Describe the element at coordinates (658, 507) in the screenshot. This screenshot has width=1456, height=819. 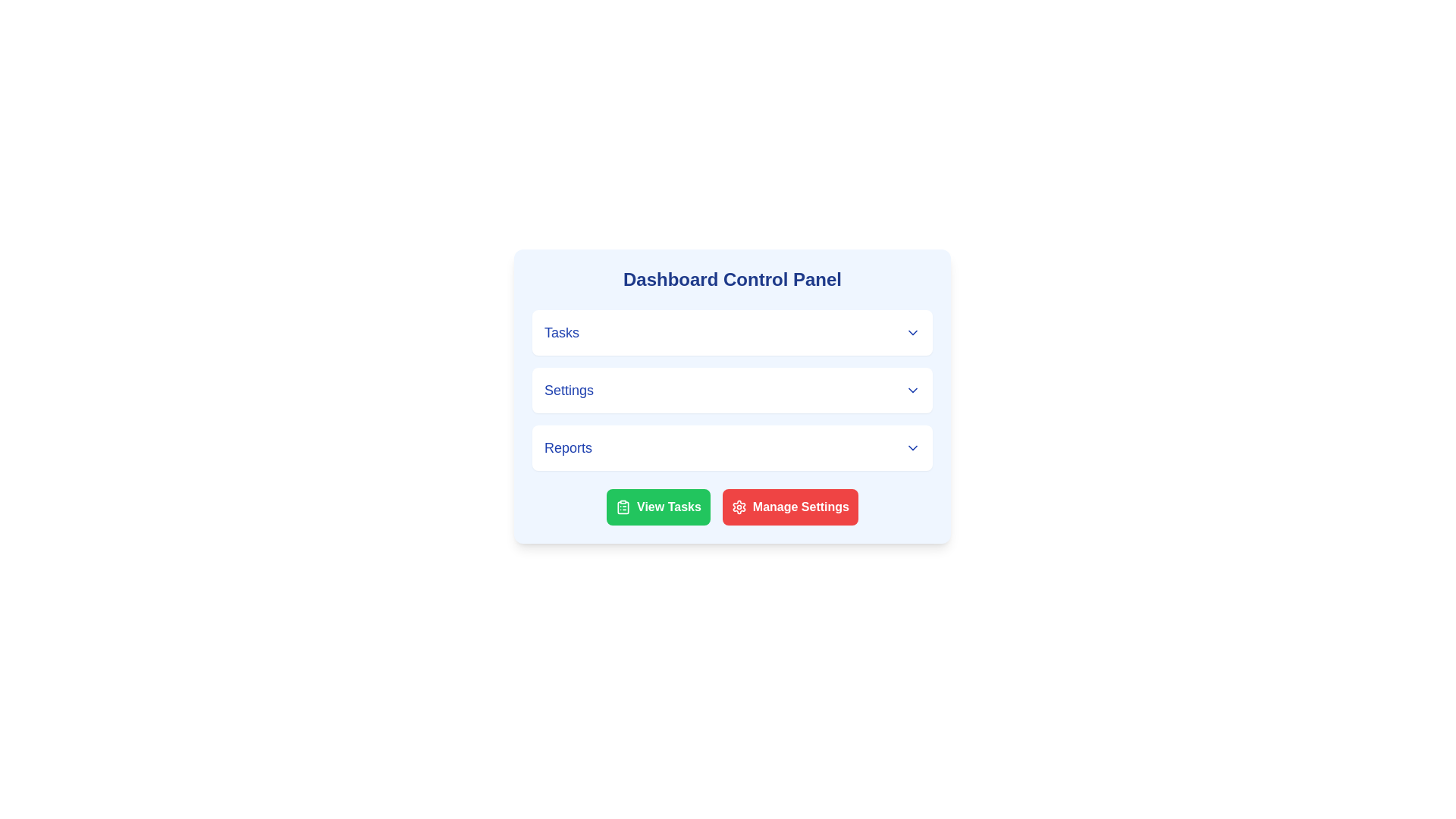
I see `the first button located at the bottom-left area of the 'Dashboard Control Panel'` at that location.